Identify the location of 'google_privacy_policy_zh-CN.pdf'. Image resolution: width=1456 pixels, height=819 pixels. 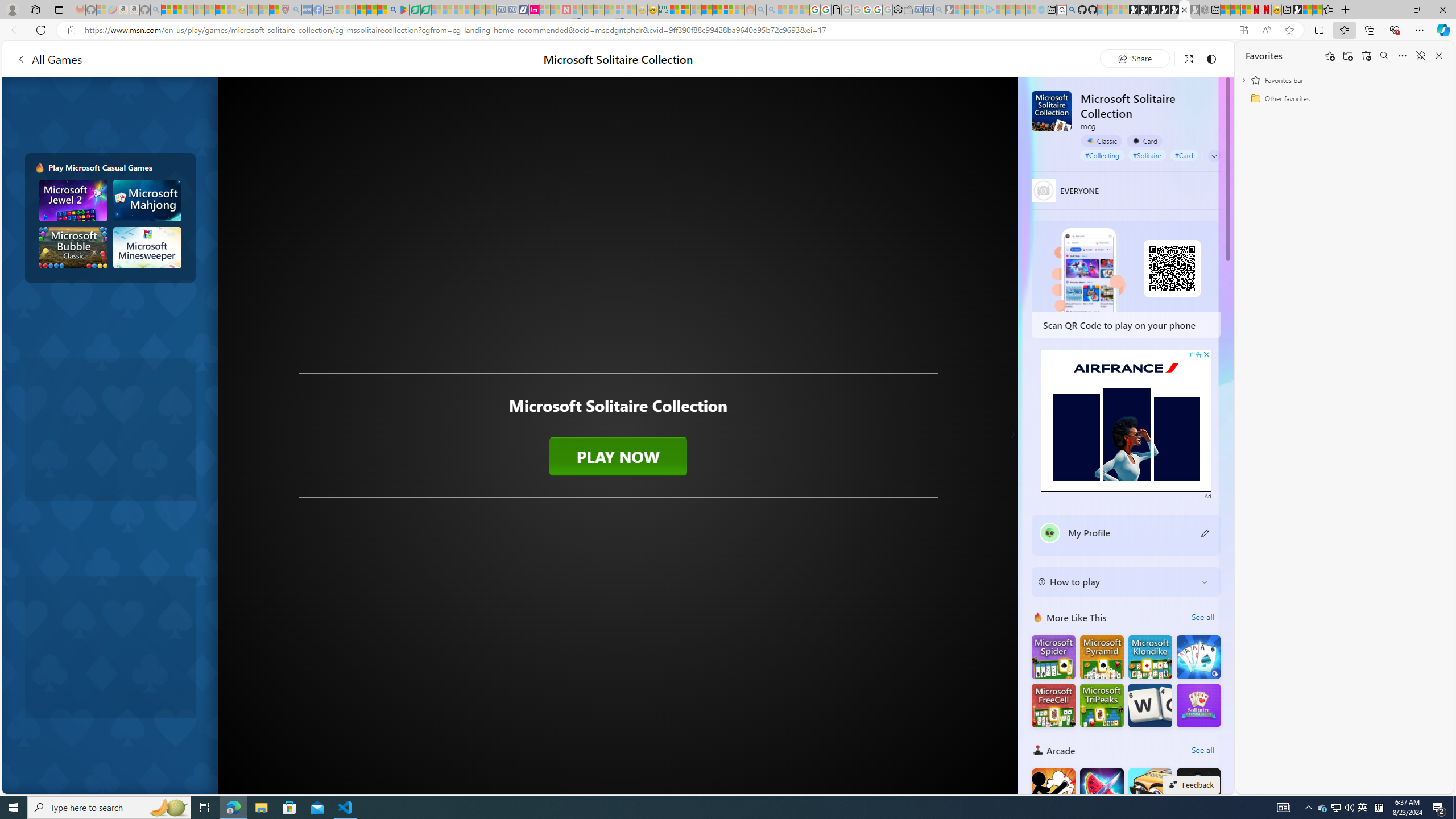
(835, 9).